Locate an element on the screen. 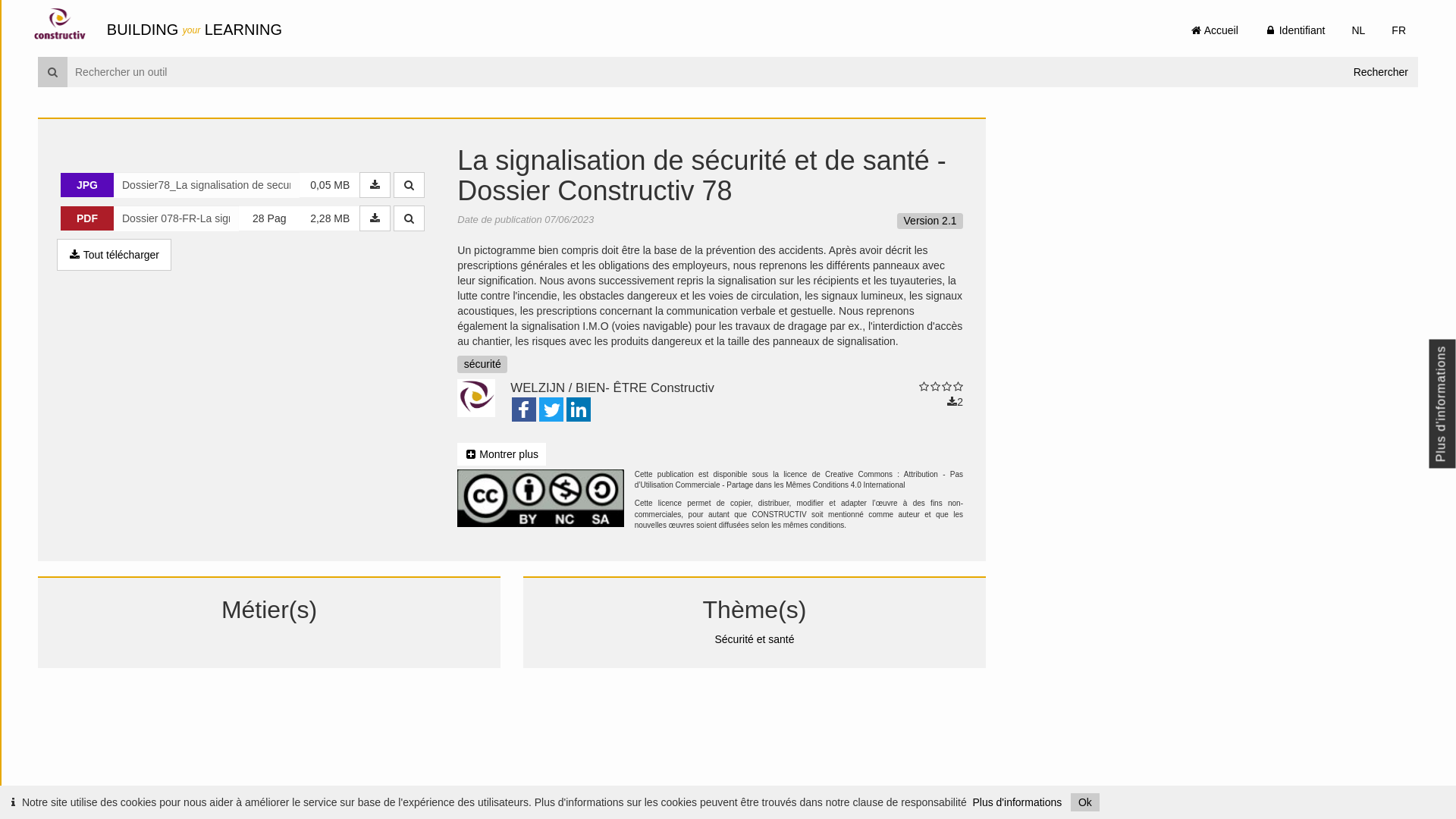 The height and width of the screenshot is (819, 1456). '0,05 MB' is located at coordinates (299, 184).